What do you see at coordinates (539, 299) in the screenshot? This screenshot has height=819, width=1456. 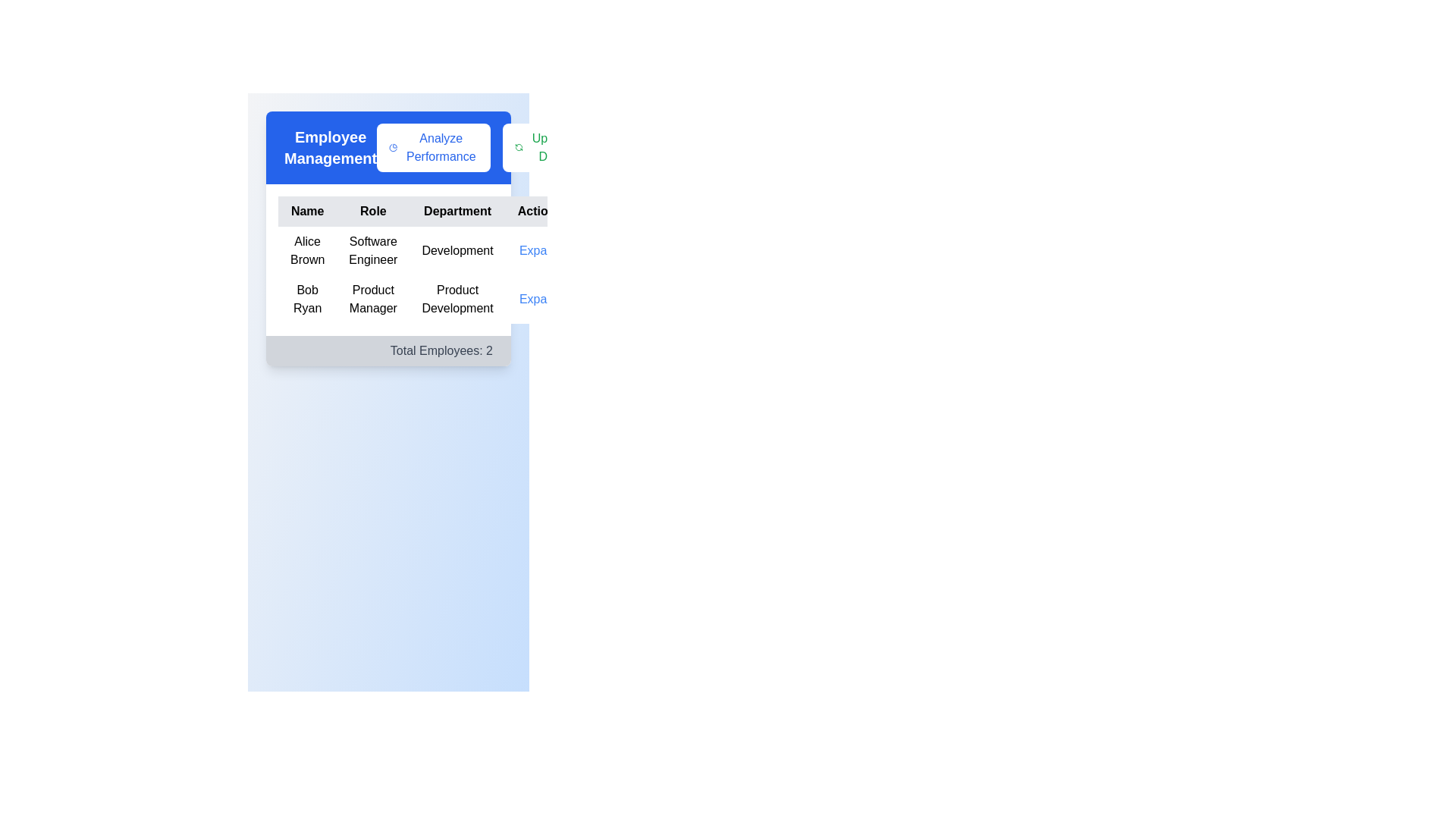 I see `the hyperlink styled text labeled 'Expand' in the 'Action' column associated with 'Bob Ryan'` at bounding box center [539, 299].